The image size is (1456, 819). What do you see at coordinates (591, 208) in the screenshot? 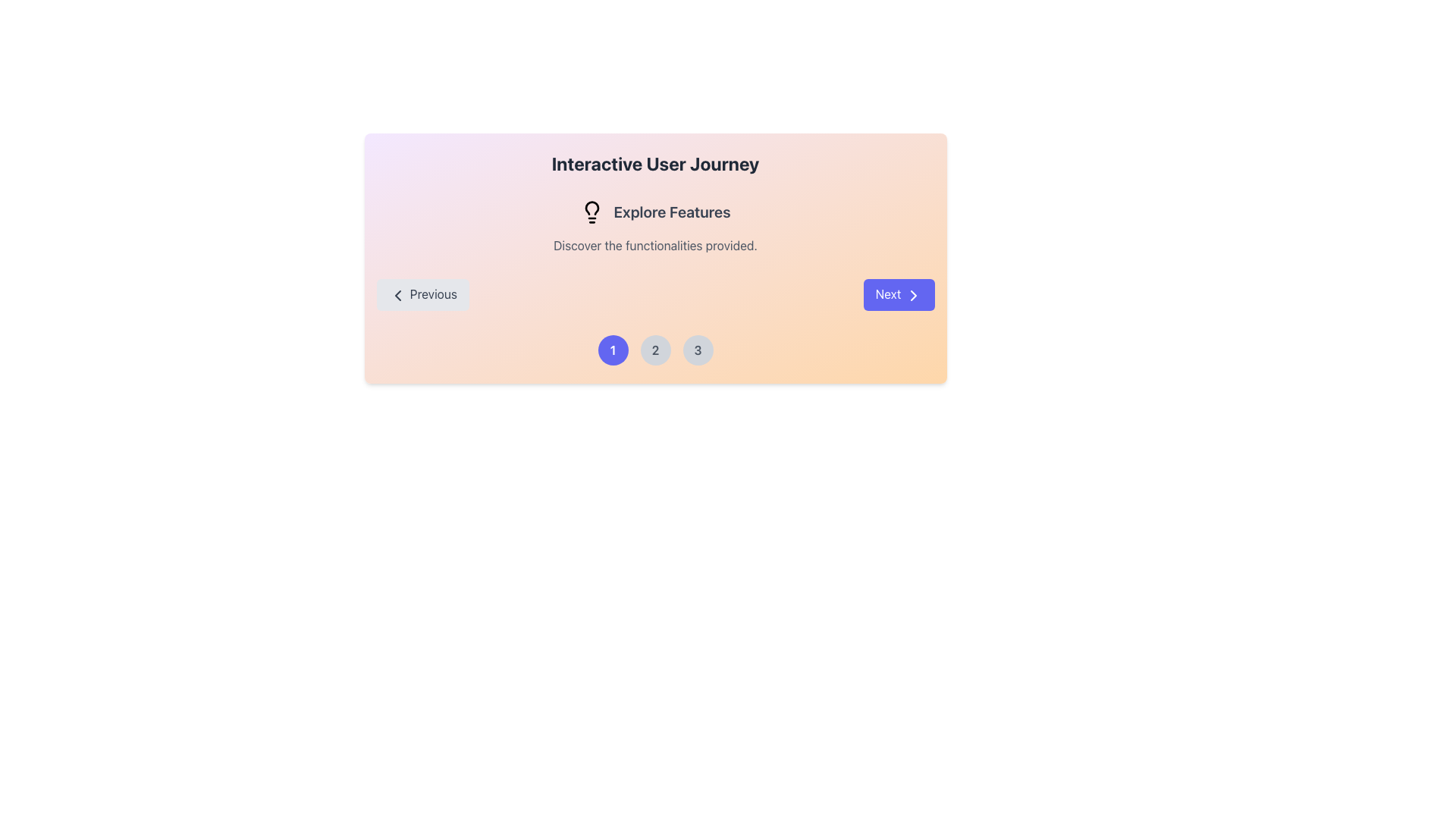
I see `the topmost curved line of the lightbulb illustration, which is styled with a thin stroke and represents the internal outline of the bulb` at bounding box center [591, 208].